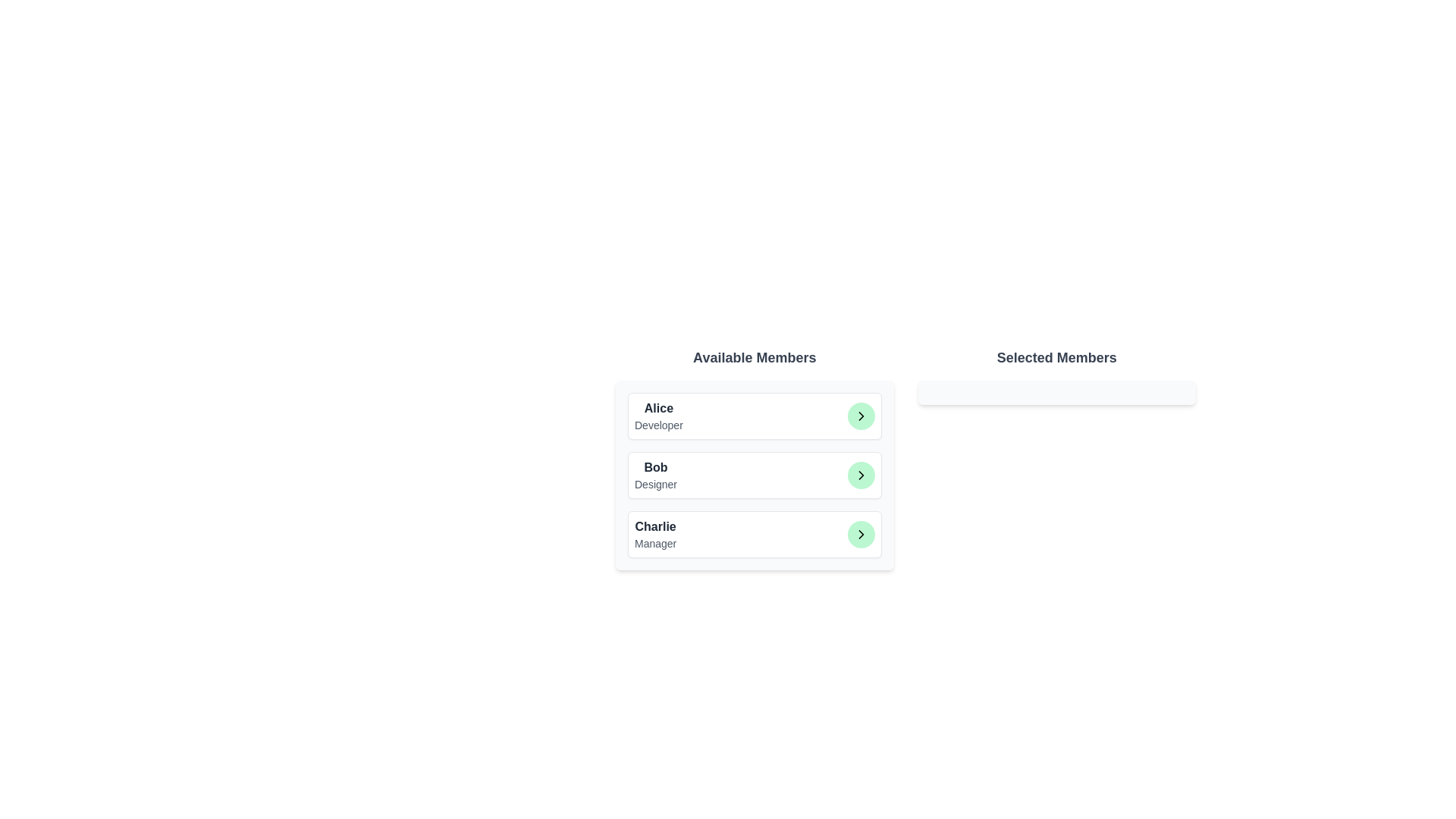 The height and width of the screenshot is (819, 1456). Describe the element at coordinates (861, 416) in the screenshot. I see `the button corresponding to Alice to observe the hover effect` at that location.